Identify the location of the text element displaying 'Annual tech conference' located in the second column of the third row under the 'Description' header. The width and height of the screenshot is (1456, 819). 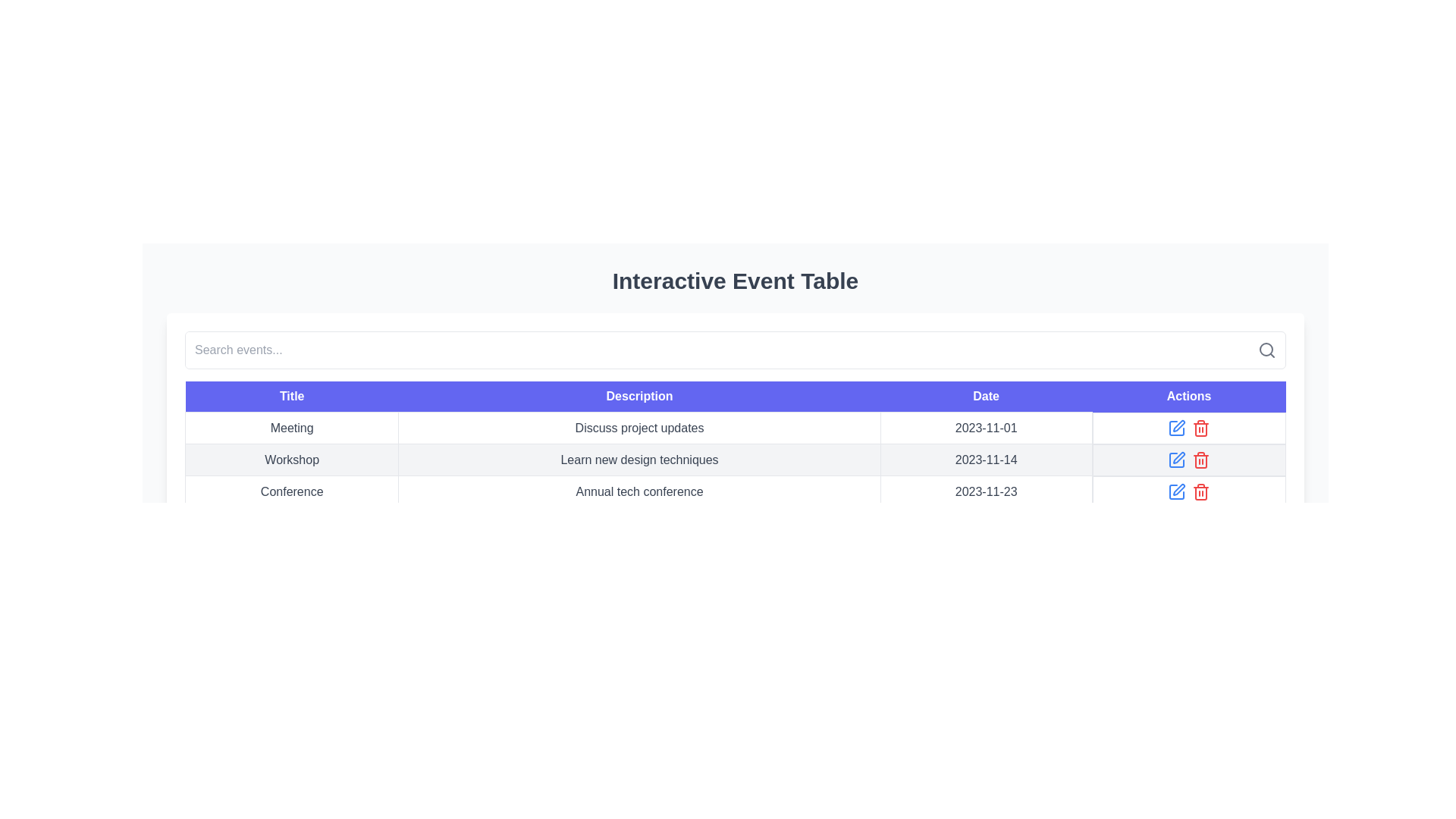
(639, 491).